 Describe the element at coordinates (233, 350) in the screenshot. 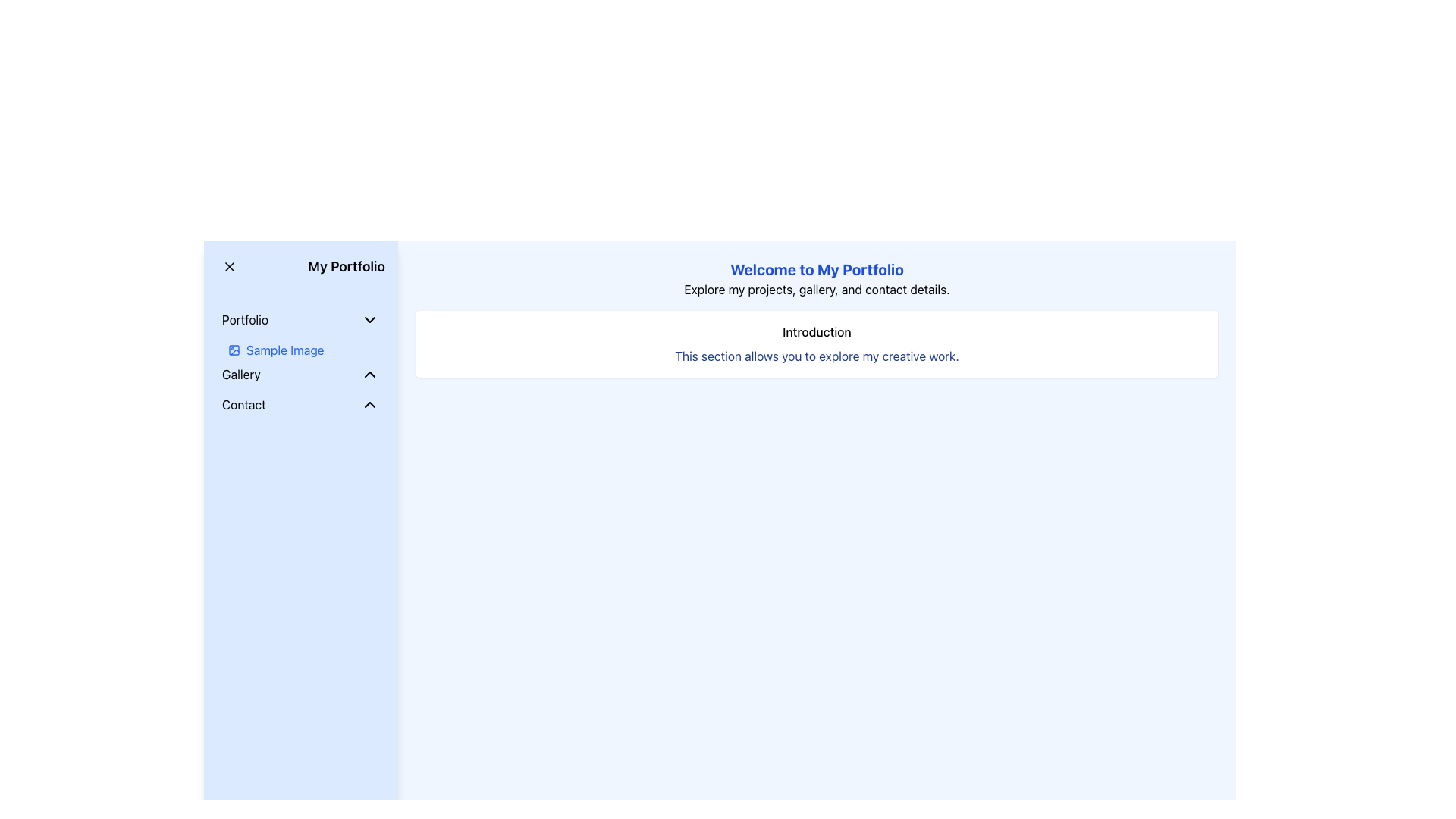

I see `icon located in the left sidebar under the 'Portfolio' section, which precedes the text 'Sample Image' for additional details` at that location.